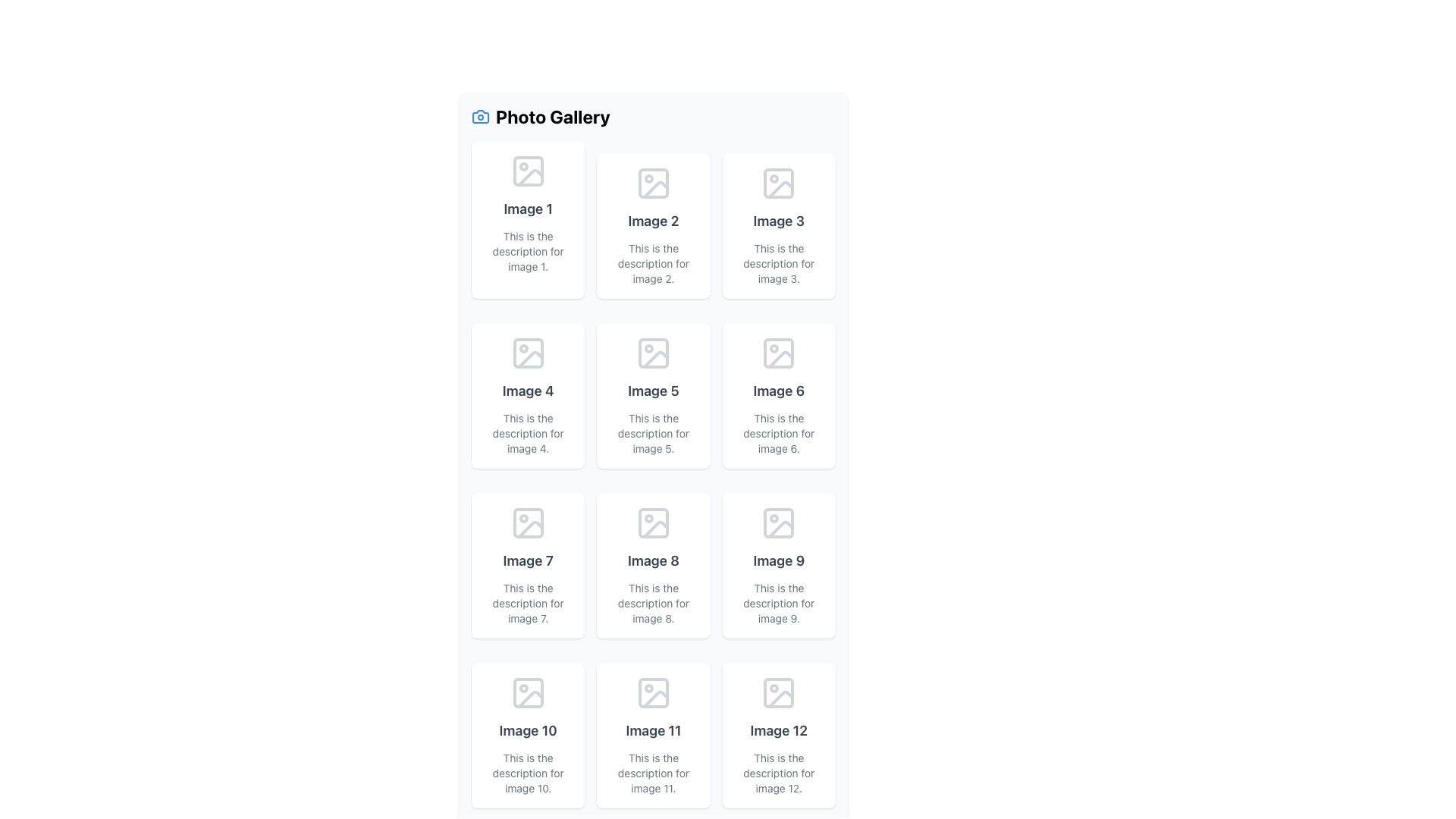 The width and height of the screenshot is (1456, 819). I want to click on the gray rounded rectangle graphical icon component located in the upper part of the image icon in the Photo Gallery interface, so click(779, 183).